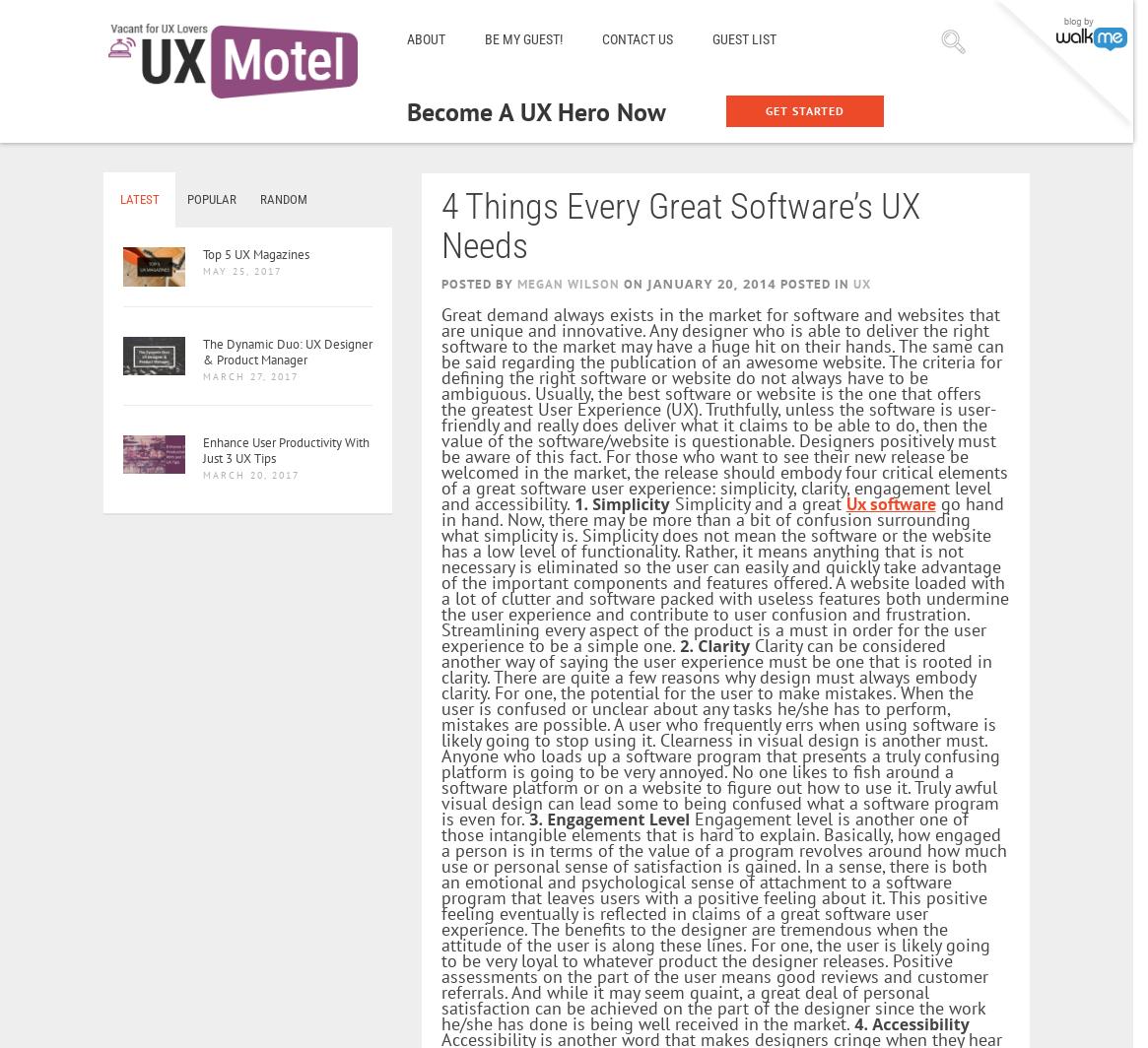 The height and width of the screenshot is (1048, 1148). Describe the element at coordinates (911, 1022) in the screenshot. I see `'4. Accessibility'` at that location.